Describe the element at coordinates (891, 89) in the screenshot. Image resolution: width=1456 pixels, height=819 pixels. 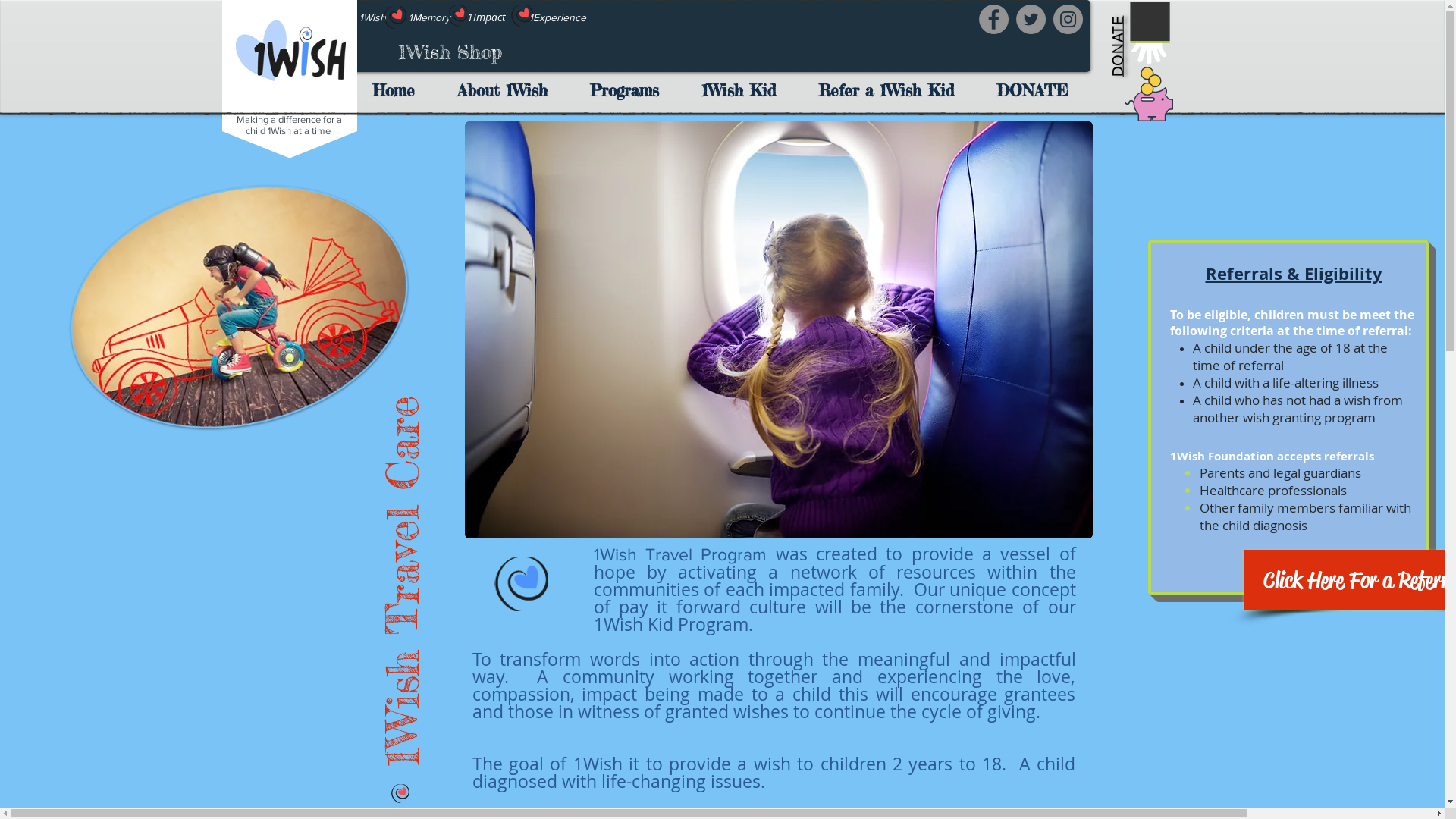
I see `'Refer a 1Wish Kid'` at that location.